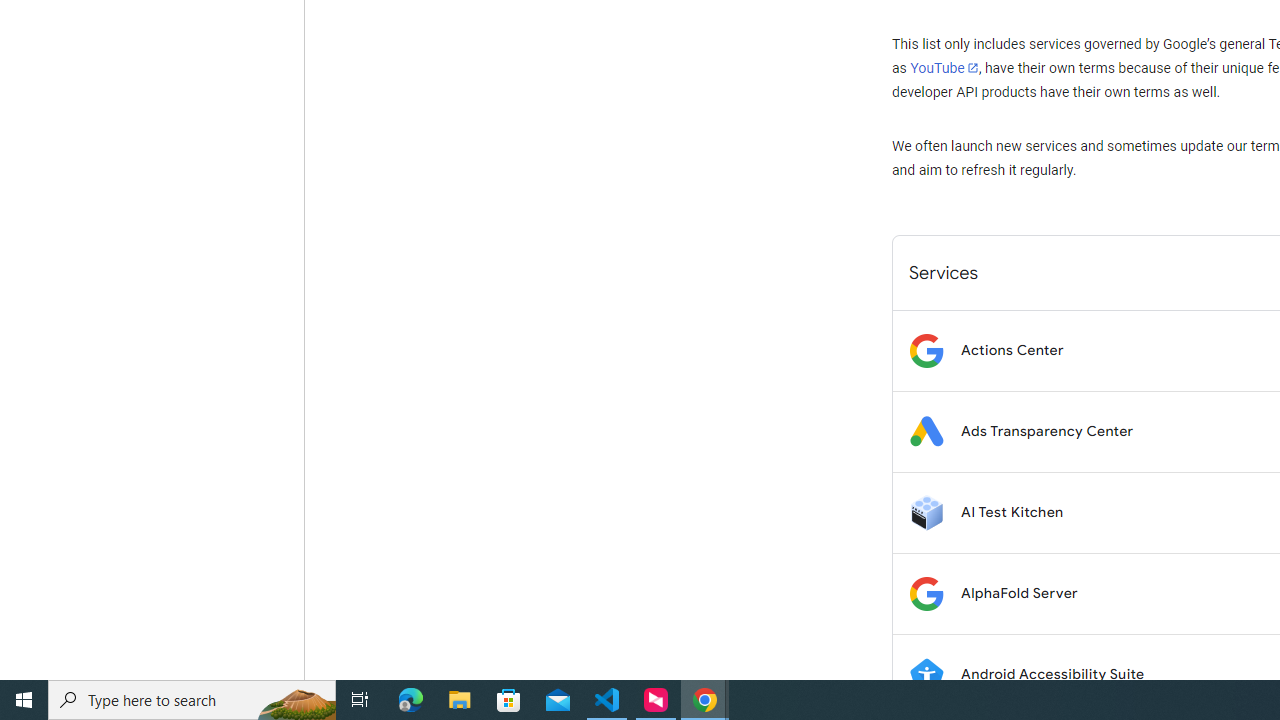 Image resolution: width=1280 pixels, height=720 pixels. What do you see at coordinates (925, 349) in the screenshot?
I see `'Logo for Actions Center'` at bounding box center [925, 349].